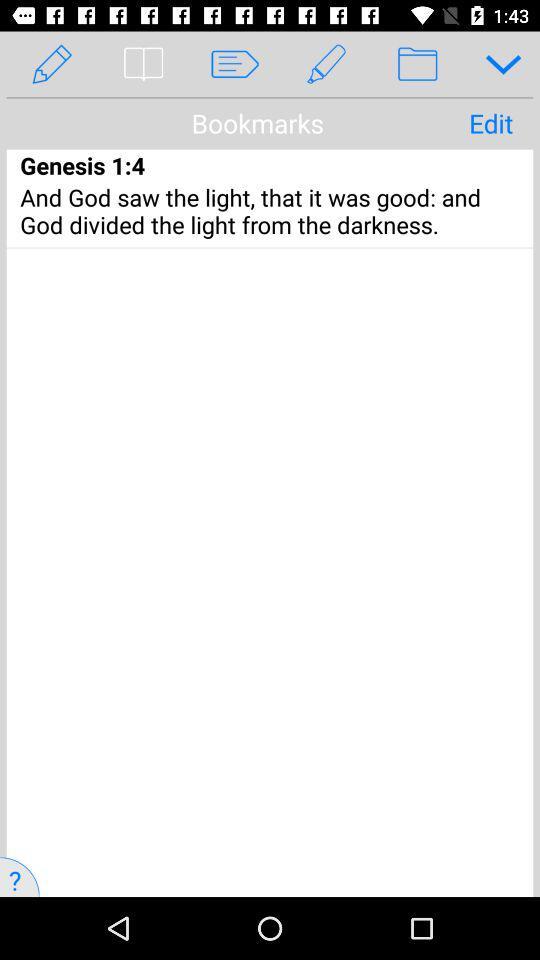  I want to click on the edit icon, so click(326, 64).